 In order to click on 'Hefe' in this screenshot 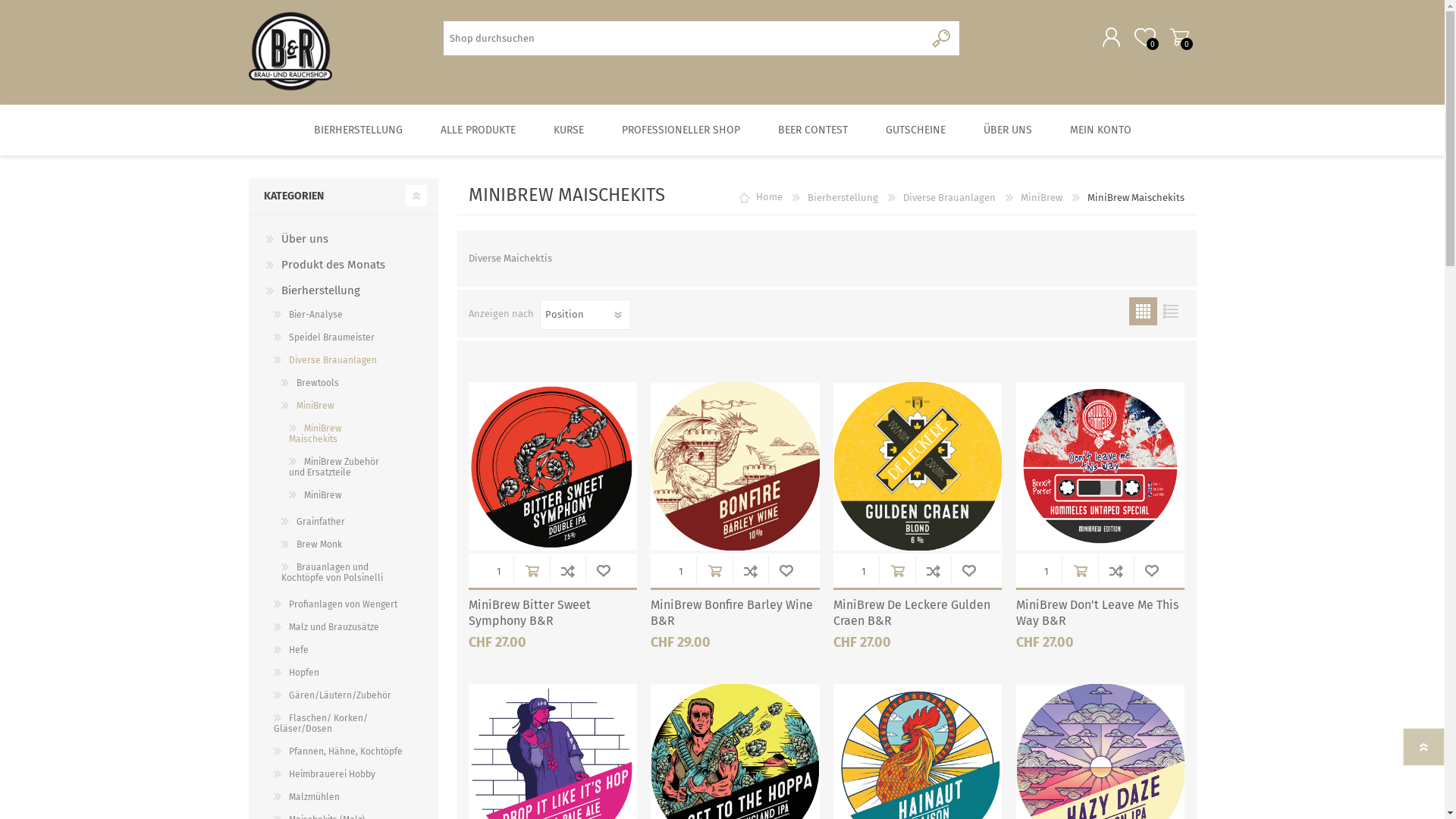, I will do `click(291, 648)`.